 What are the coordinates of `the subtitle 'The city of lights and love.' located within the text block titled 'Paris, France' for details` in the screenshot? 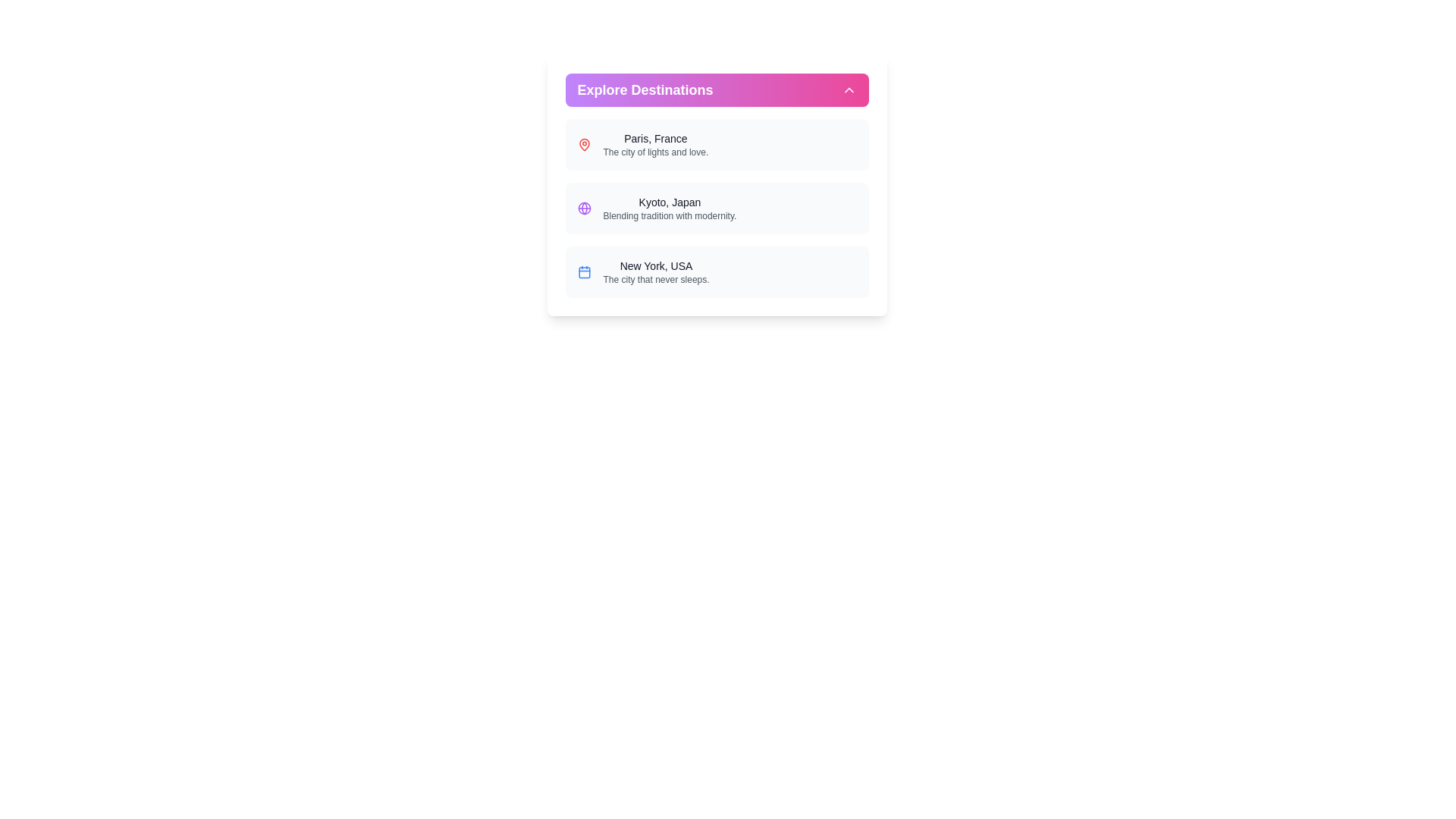 It's located at (655, 145).